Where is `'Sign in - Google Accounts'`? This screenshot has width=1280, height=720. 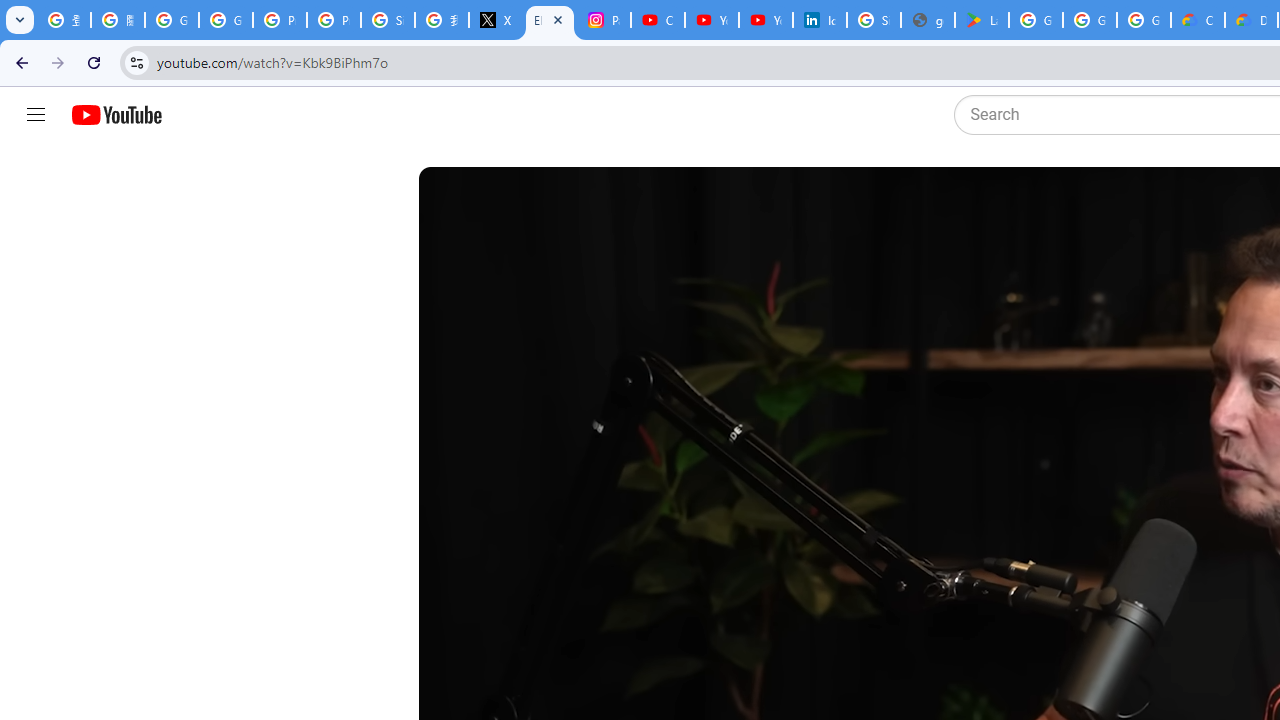
'Sign in - Google Accounts' is located at coordinates (387, 20).